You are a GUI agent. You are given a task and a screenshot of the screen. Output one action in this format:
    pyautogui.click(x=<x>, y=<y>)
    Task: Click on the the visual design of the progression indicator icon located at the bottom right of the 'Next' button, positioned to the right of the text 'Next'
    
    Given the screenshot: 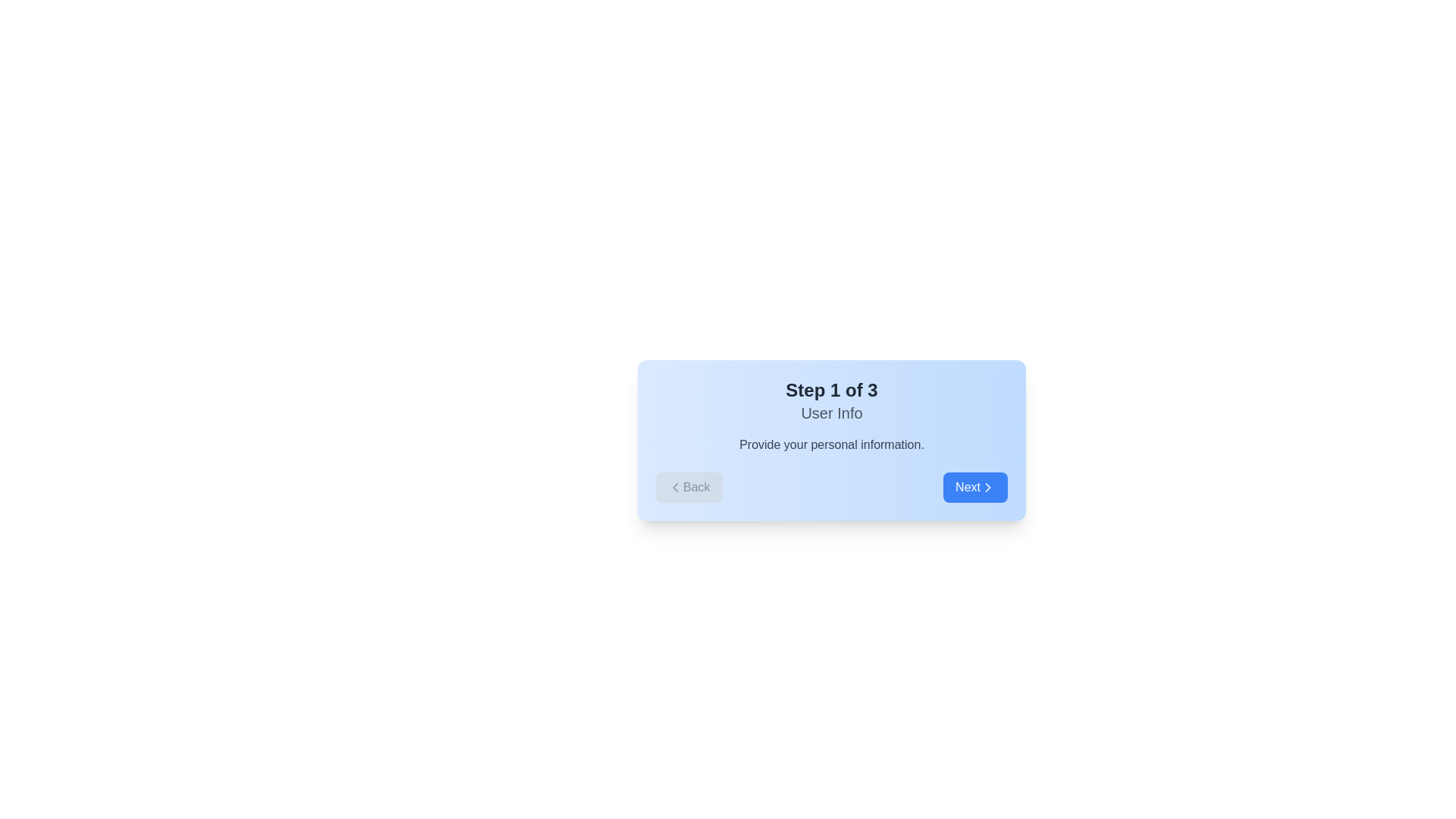 What is the action you would take?
    pyautogui.click(x=987, y=488)
    